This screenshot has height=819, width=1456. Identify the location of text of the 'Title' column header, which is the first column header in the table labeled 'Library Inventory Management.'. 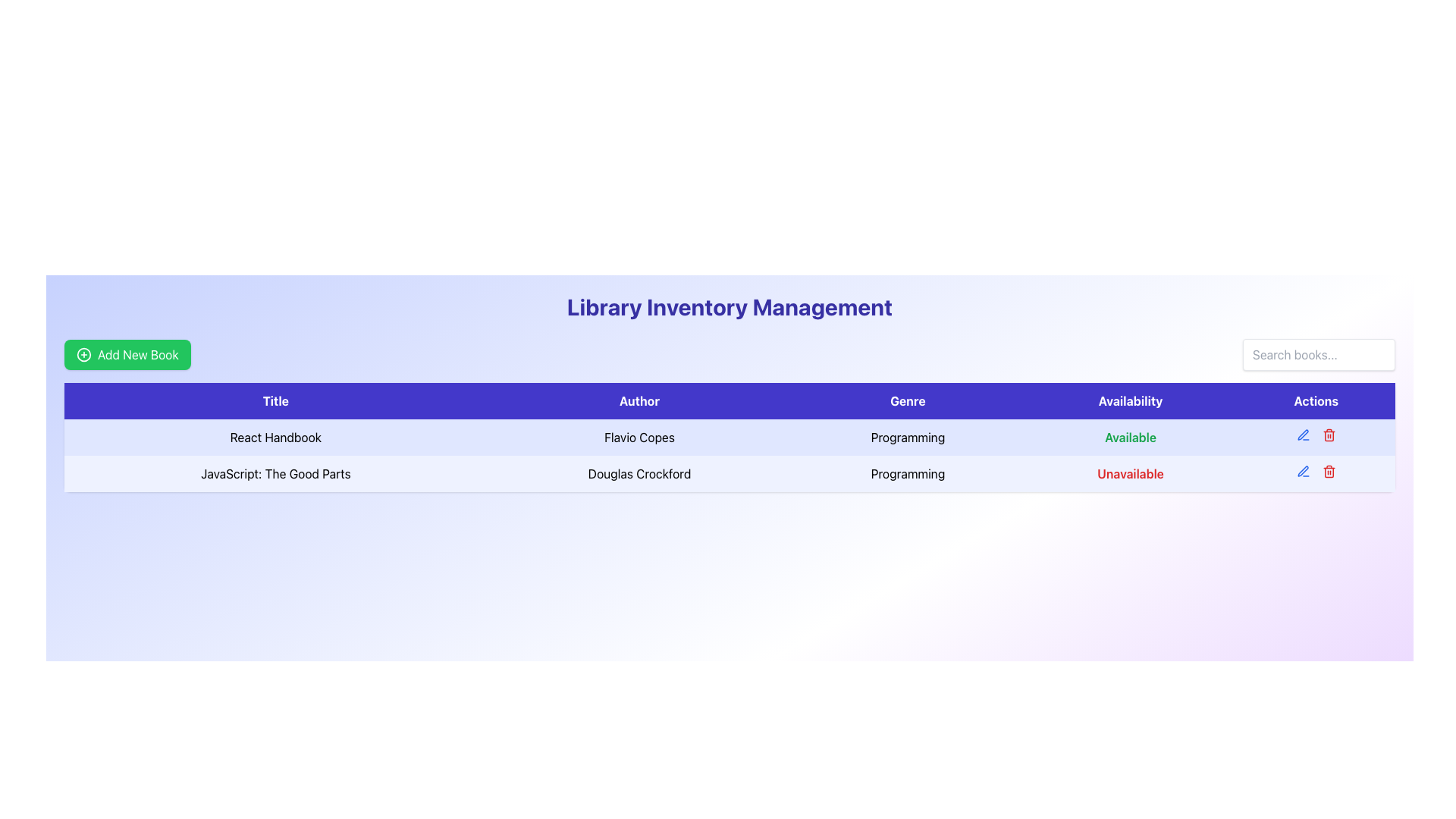
(275, 400).